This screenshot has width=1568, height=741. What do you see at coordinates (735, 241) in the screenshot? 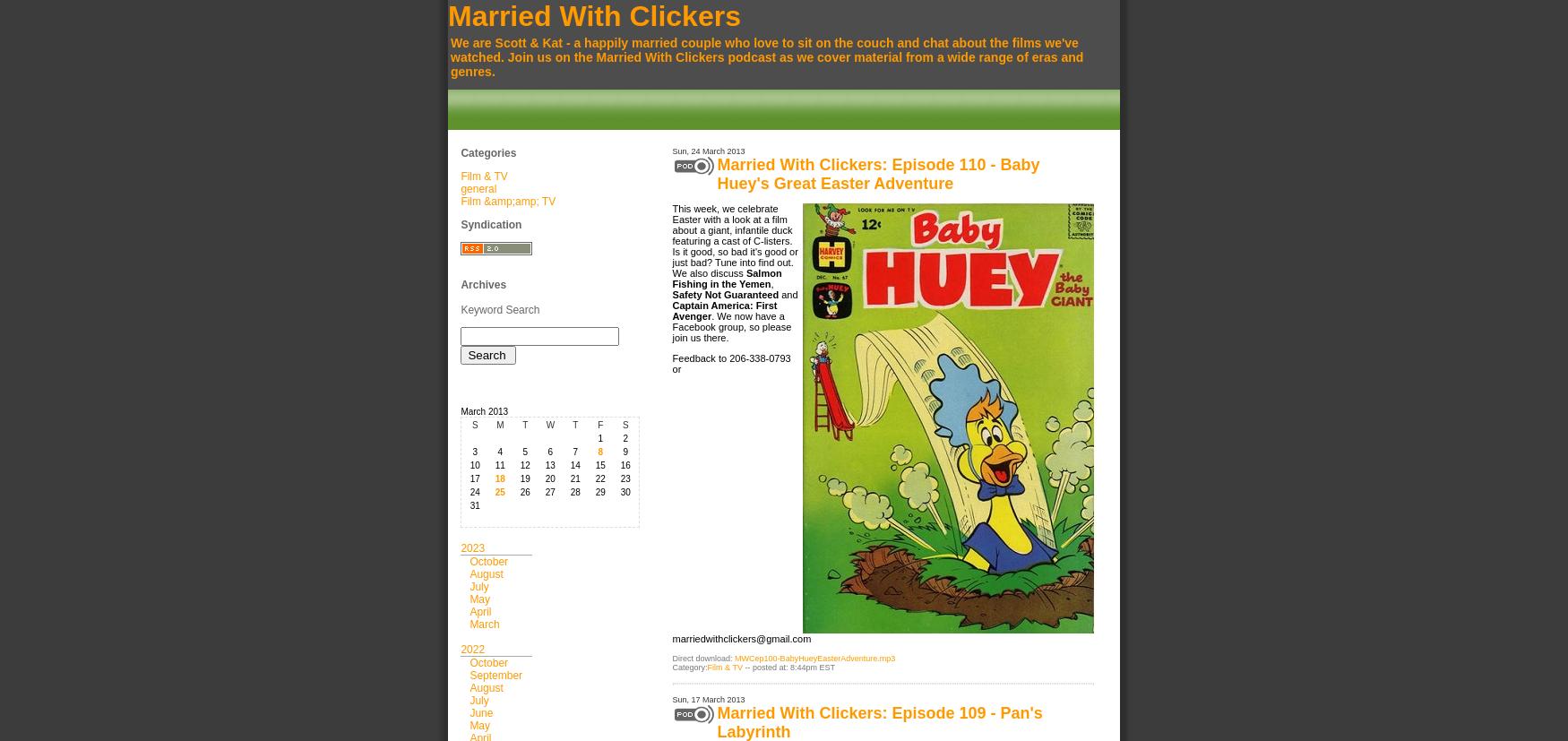
I see `'This week, we celebrate Easter with a look at a film about a giant, infantile duck featuring a cast of C-listers. Is it good, so bad it's good or just bad? Tune into find out. We also discuss'` at bounding box center [735, 241].